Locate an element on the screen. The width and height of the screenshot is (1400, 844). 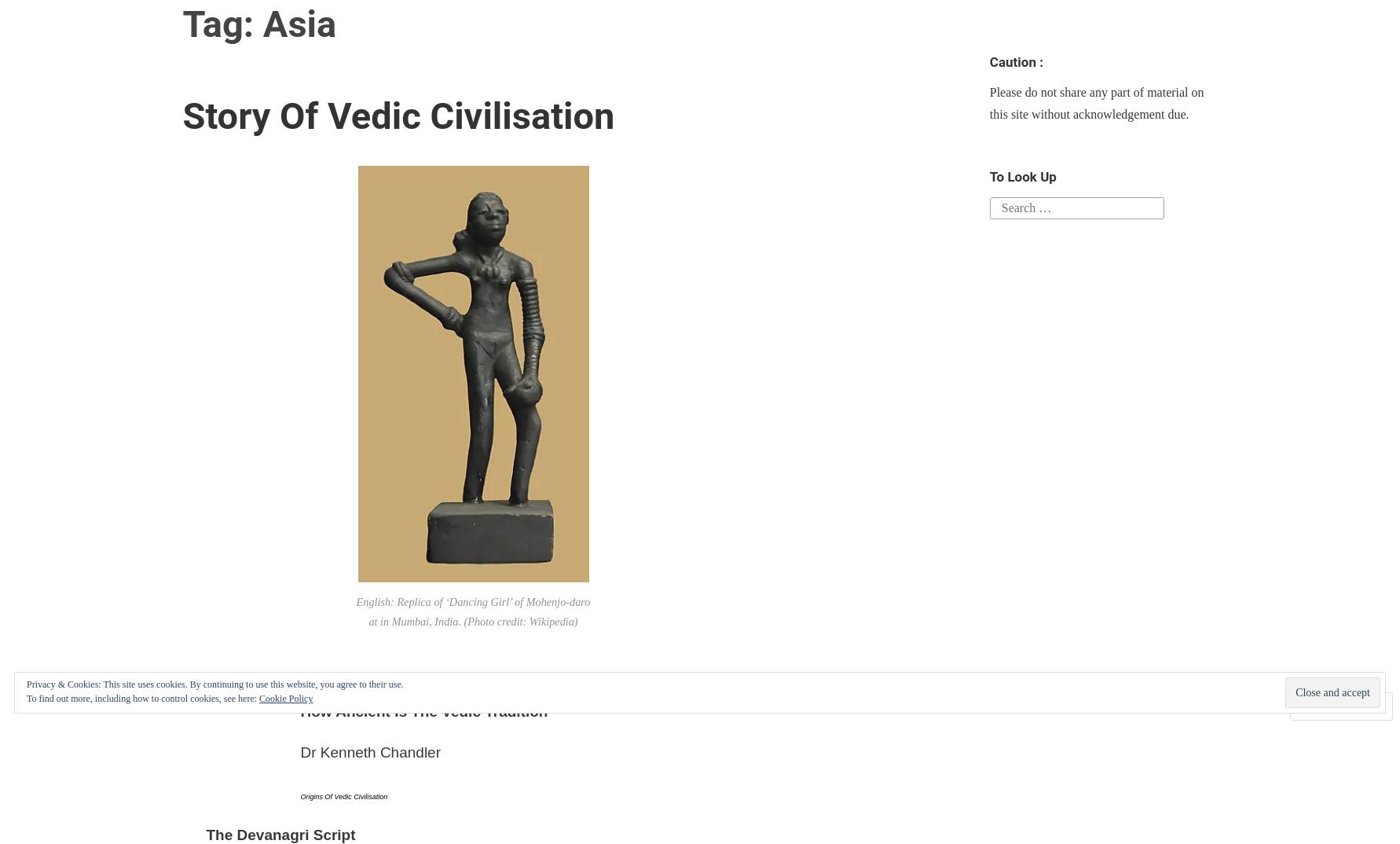
'Cookie Policy' is located at coordinates (286, 697).